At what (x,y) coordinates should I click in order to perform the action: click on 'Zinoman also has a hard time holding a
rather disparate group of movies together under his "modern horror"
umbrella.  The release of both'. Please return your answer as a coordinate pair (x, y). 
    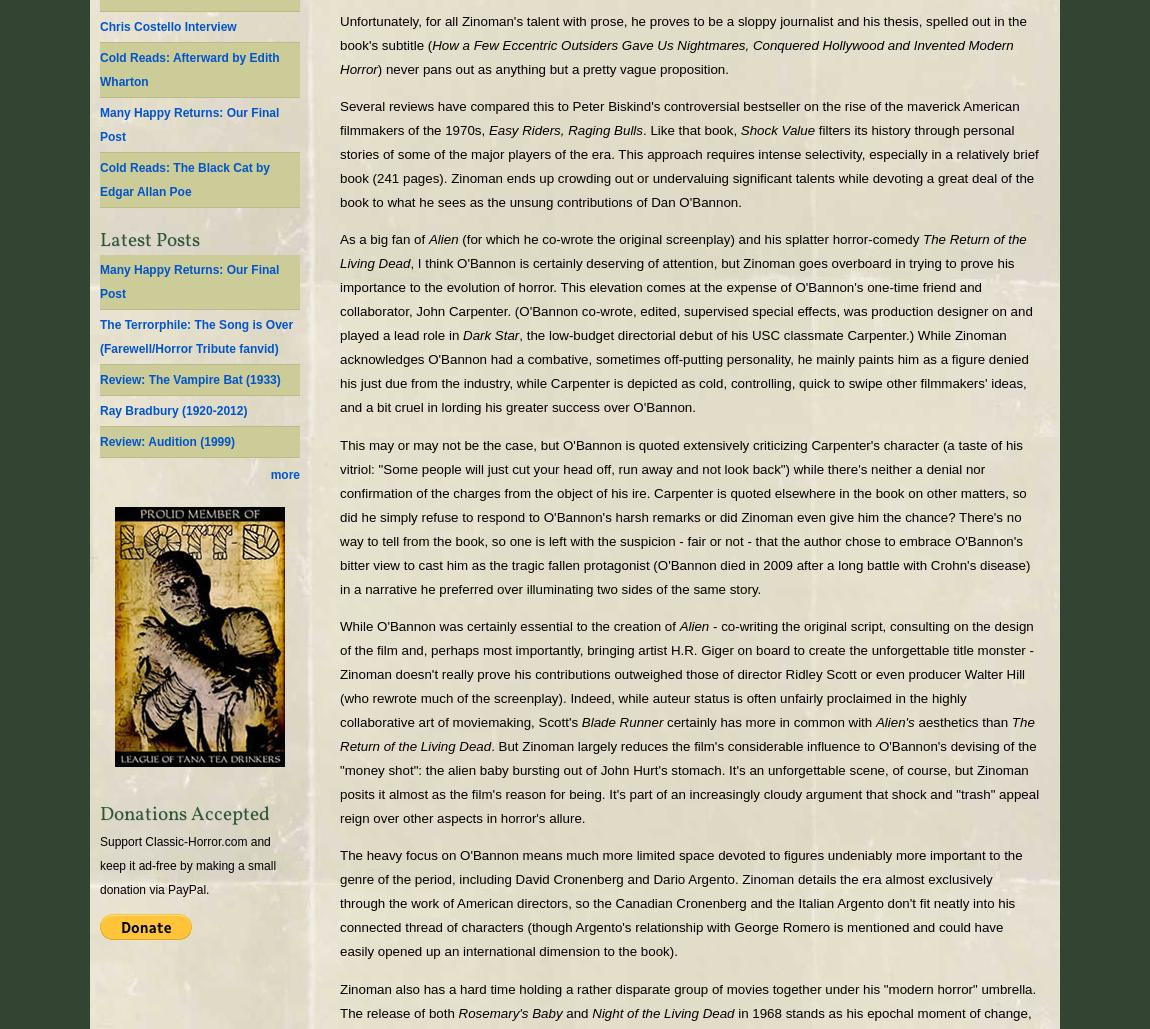
    Looking at the image, I should click on (687, 999).